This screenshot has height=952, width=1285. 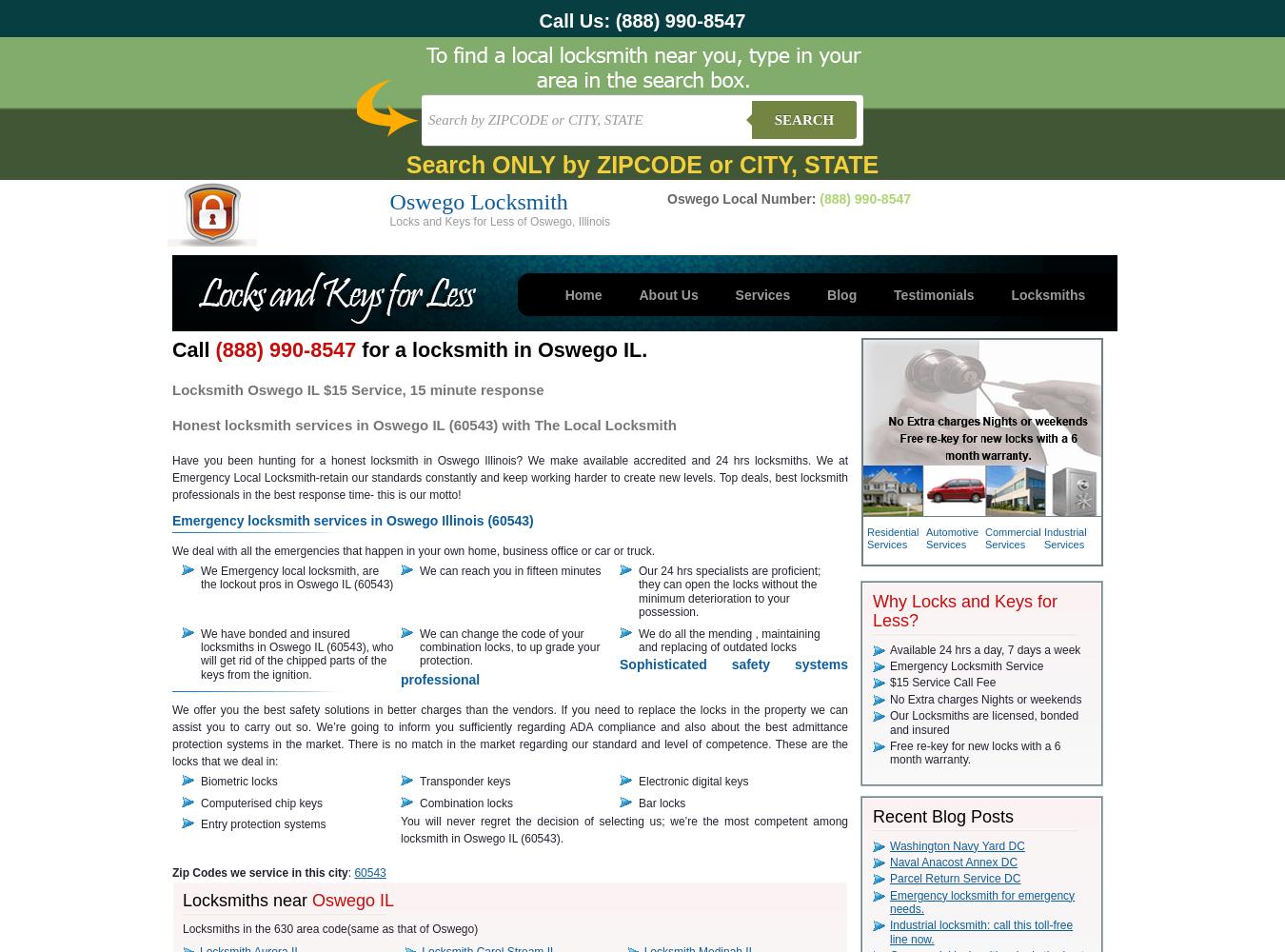 What do you see at coordinates (193, 348) in the screenshot?
I see `'Call'` at bounding box center [193, 348].